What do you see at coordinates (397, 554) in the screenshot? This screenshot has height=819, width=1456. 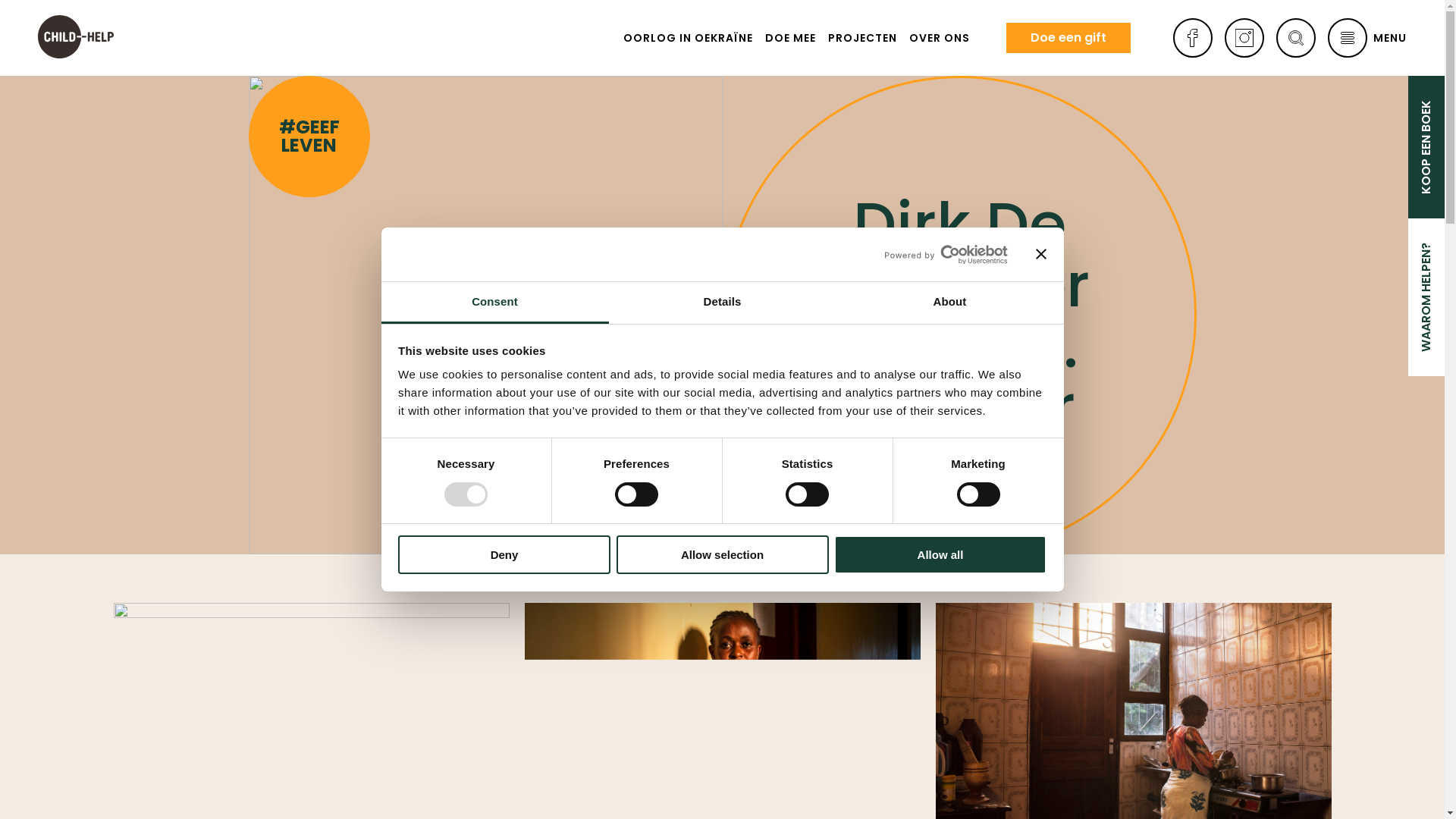 I see `'Deny'` at bounding box center [397, 554].